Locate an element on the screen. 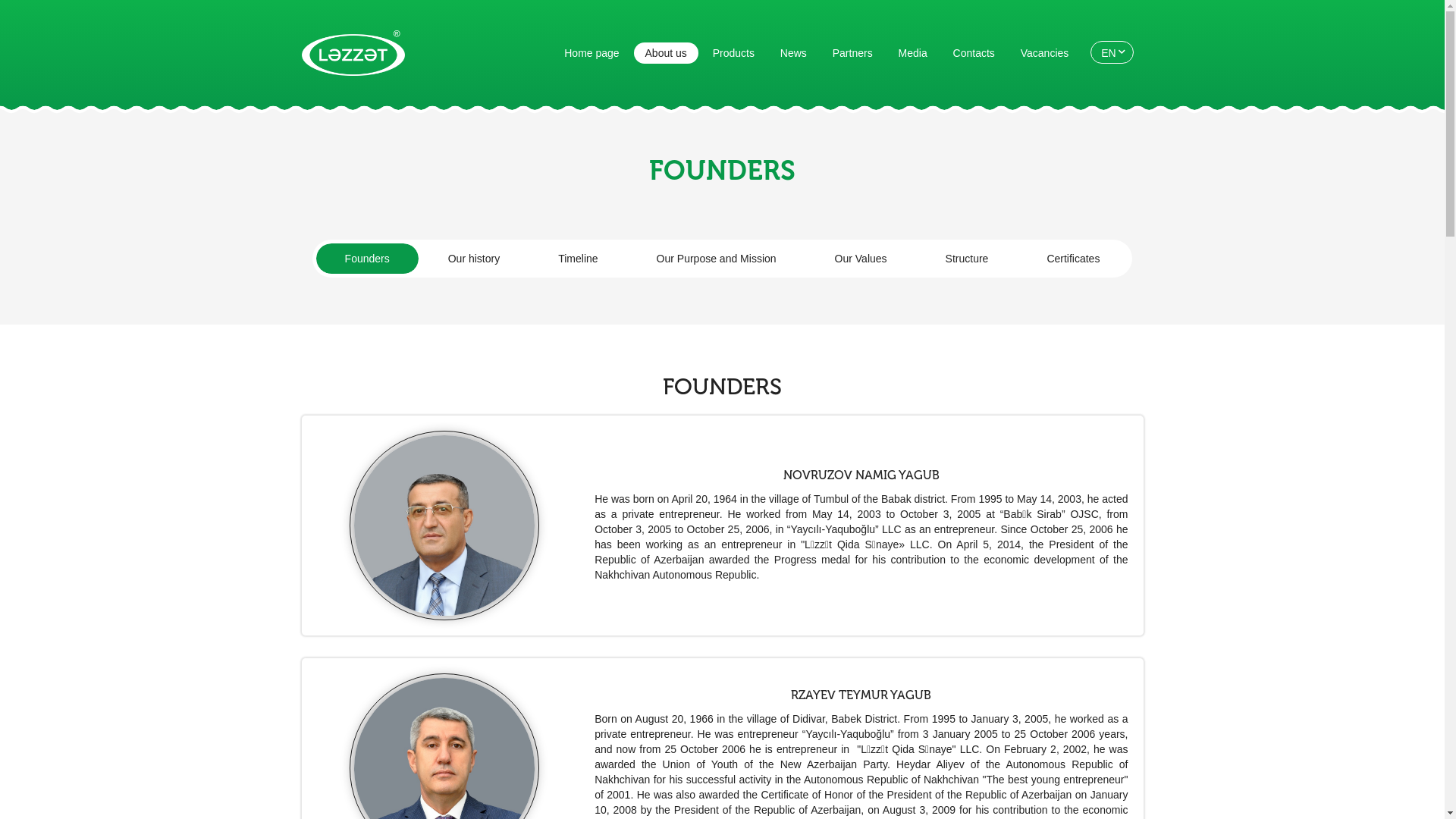  'Timeline' is located at coordinates (529, 257).